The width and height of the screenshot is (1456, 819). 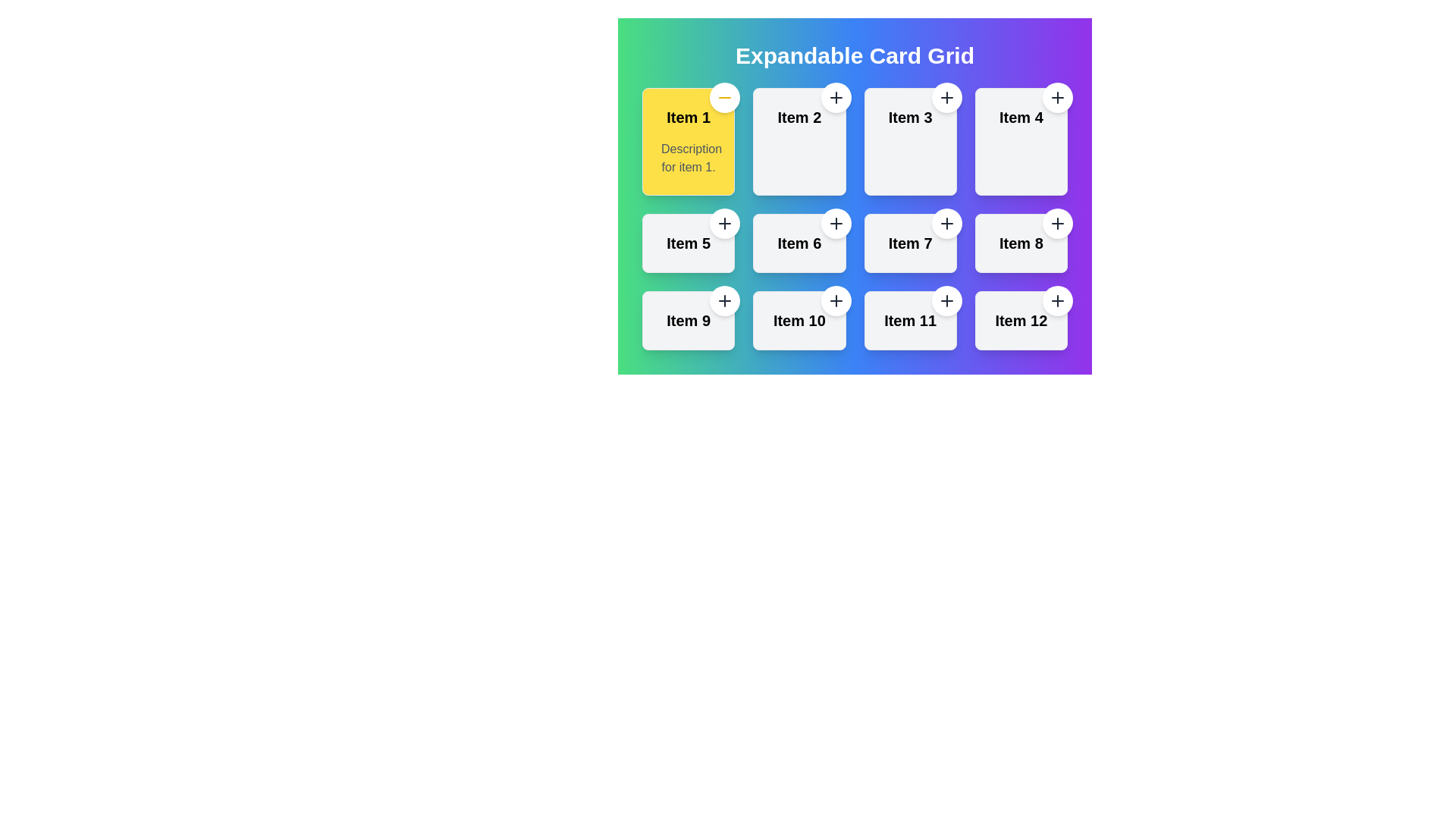 What do you see at coordinates (1057, 97) in the screenshot?
I see `the action button located at the top-right edge of the card labeled 'Item 4'` at bounding box center [1057, 97].